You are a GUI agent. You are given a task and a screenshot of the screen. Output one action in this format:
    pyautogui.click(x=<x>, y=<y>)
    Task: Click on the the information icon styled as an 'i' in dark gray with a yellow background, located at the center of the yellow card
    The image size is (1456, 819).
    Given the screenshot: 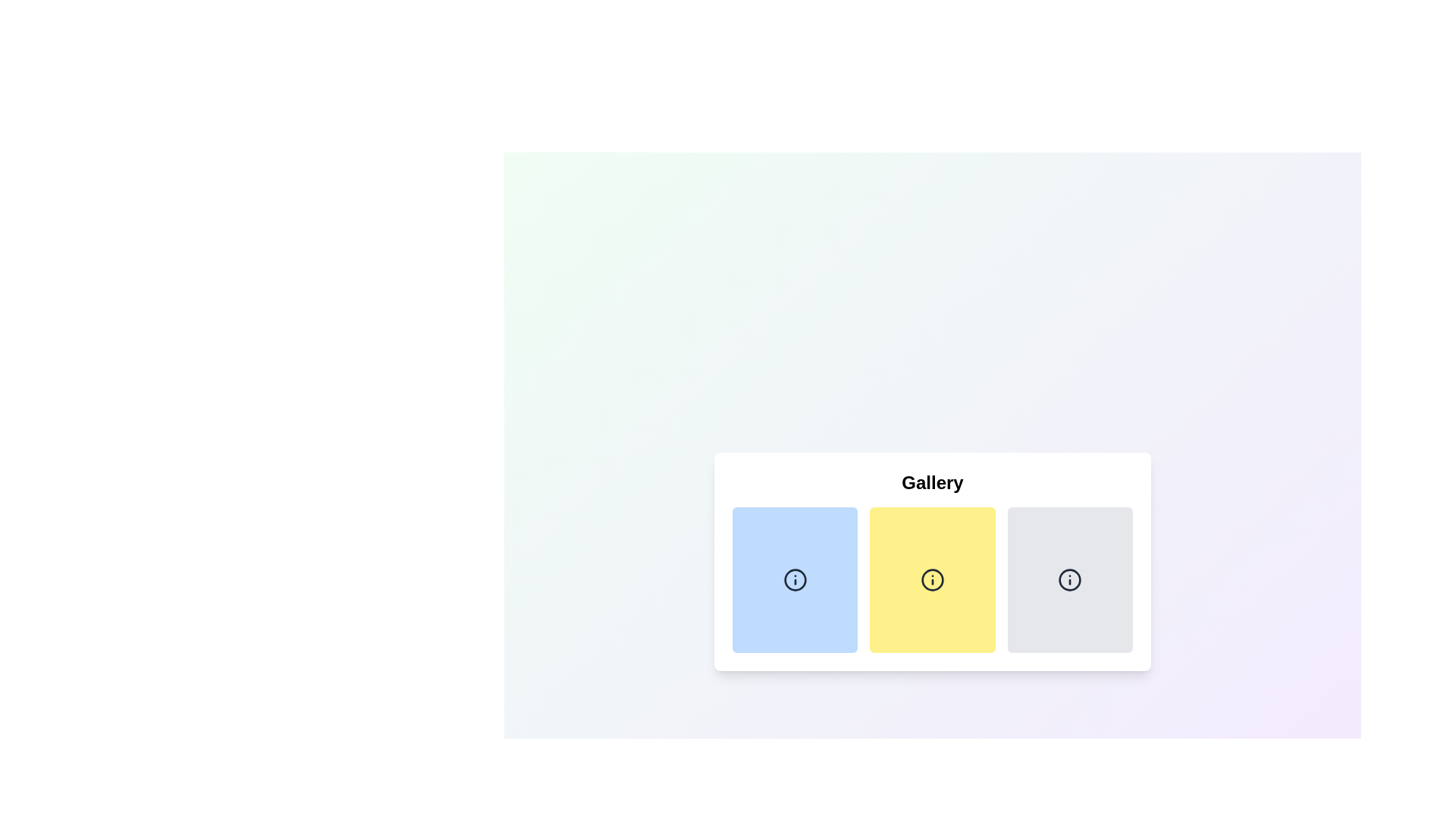 What is the action you would take?
    pyautogui.click(x=931, y=579)
    